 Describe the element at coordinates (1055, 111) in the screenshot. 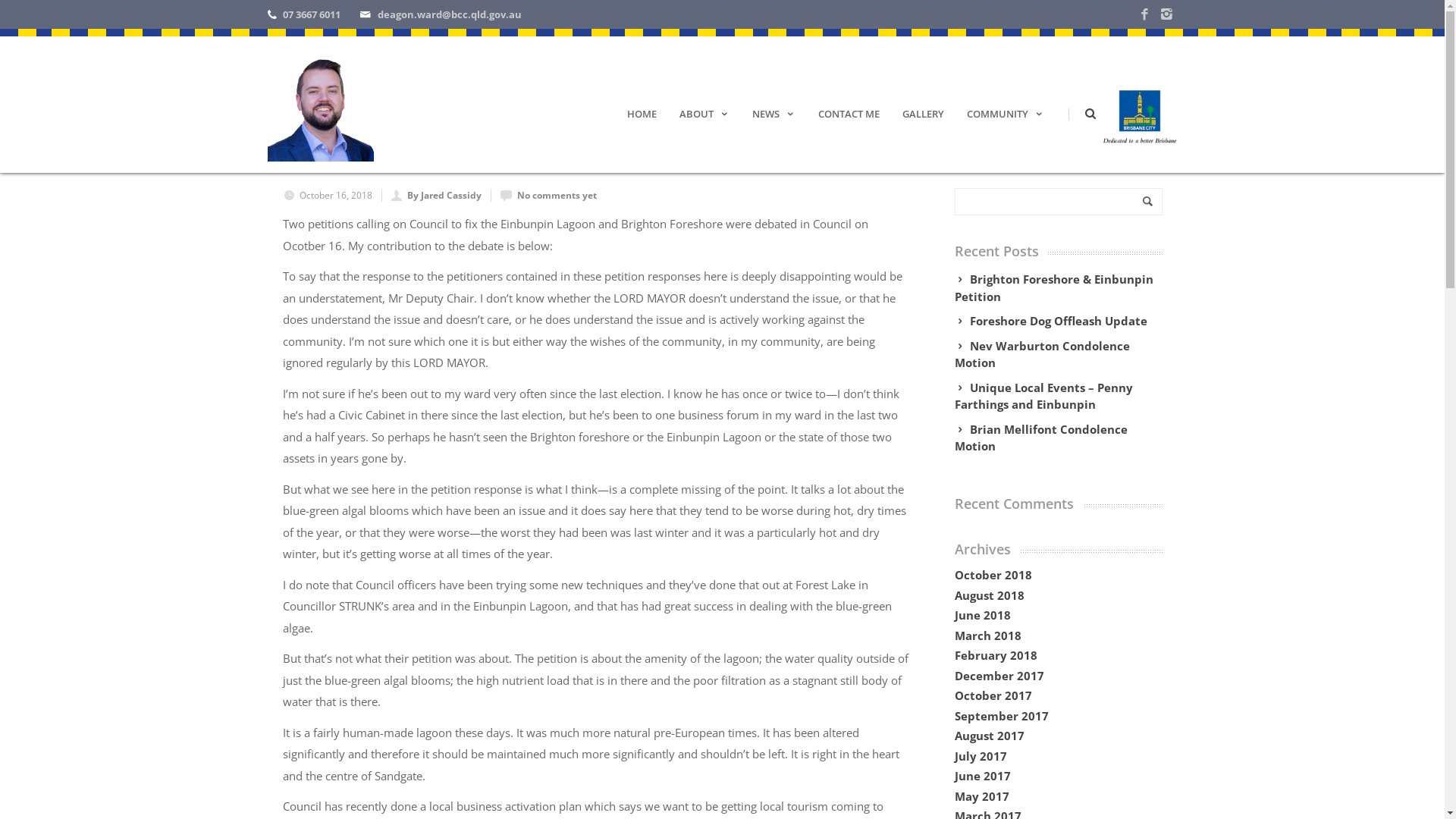

I see `'|'` at that location.